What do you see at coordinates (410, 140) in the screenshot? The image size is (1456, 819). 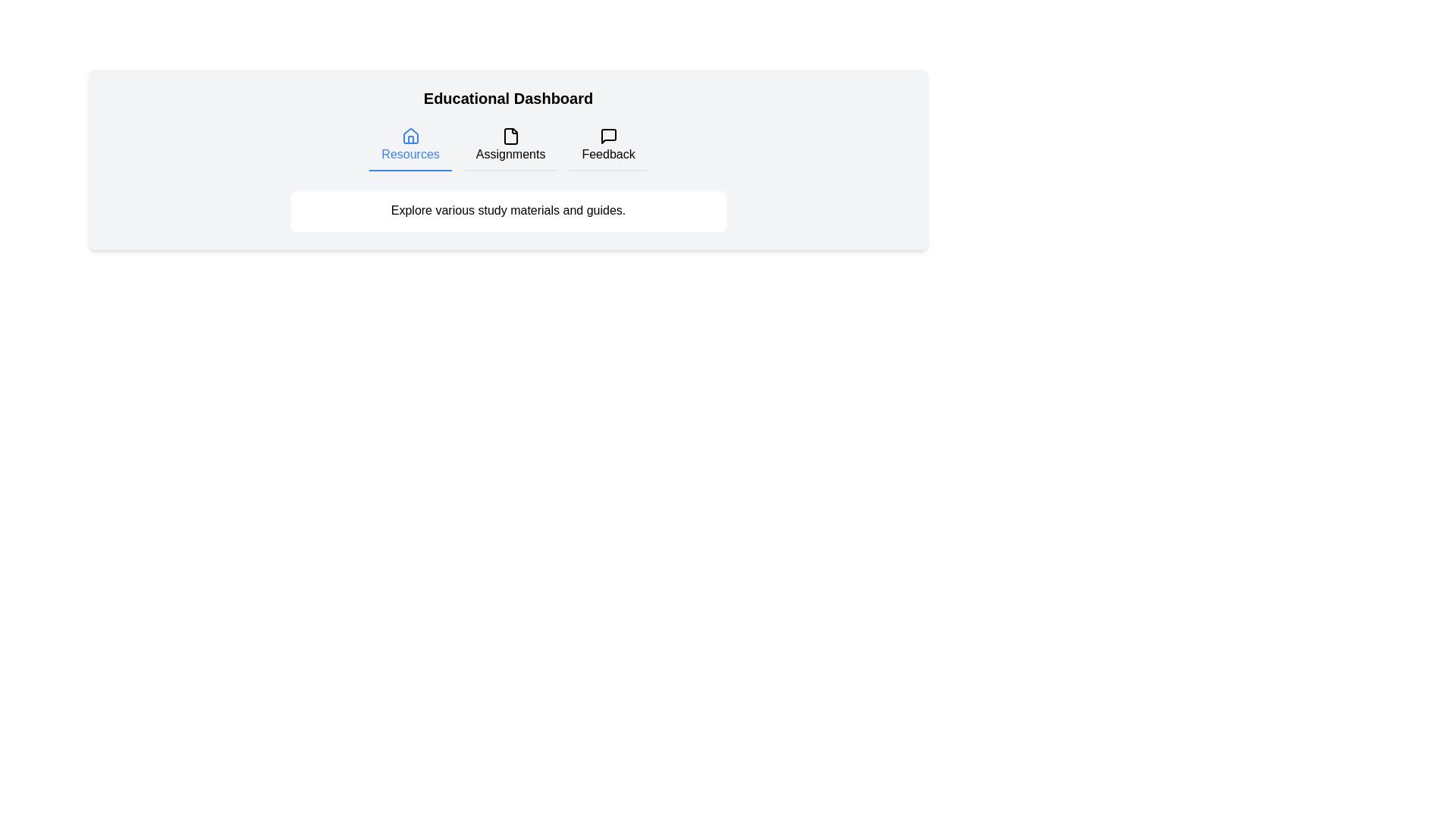 I see `the decorative house door icon in the 'Resources' tab, which serves to visually indicate the purpose of the tab` at bounding box center [410, 140].